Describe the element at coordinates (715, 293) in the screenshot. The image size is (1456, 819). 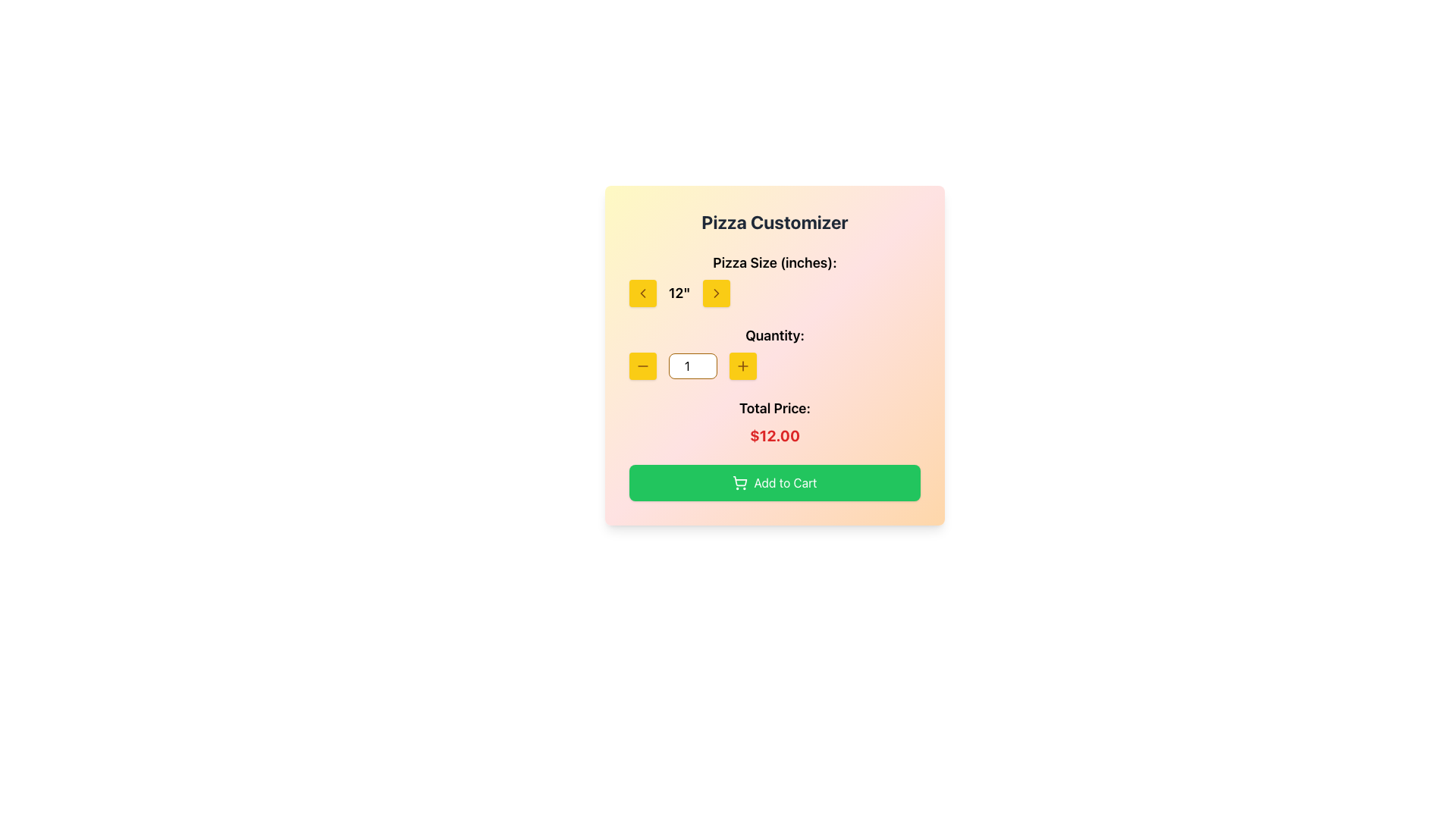
I see `the yellow rounded rectangular button with a right-pointing chevron icon to increment the pizza size, located to the right of the '12"' text` at that location.